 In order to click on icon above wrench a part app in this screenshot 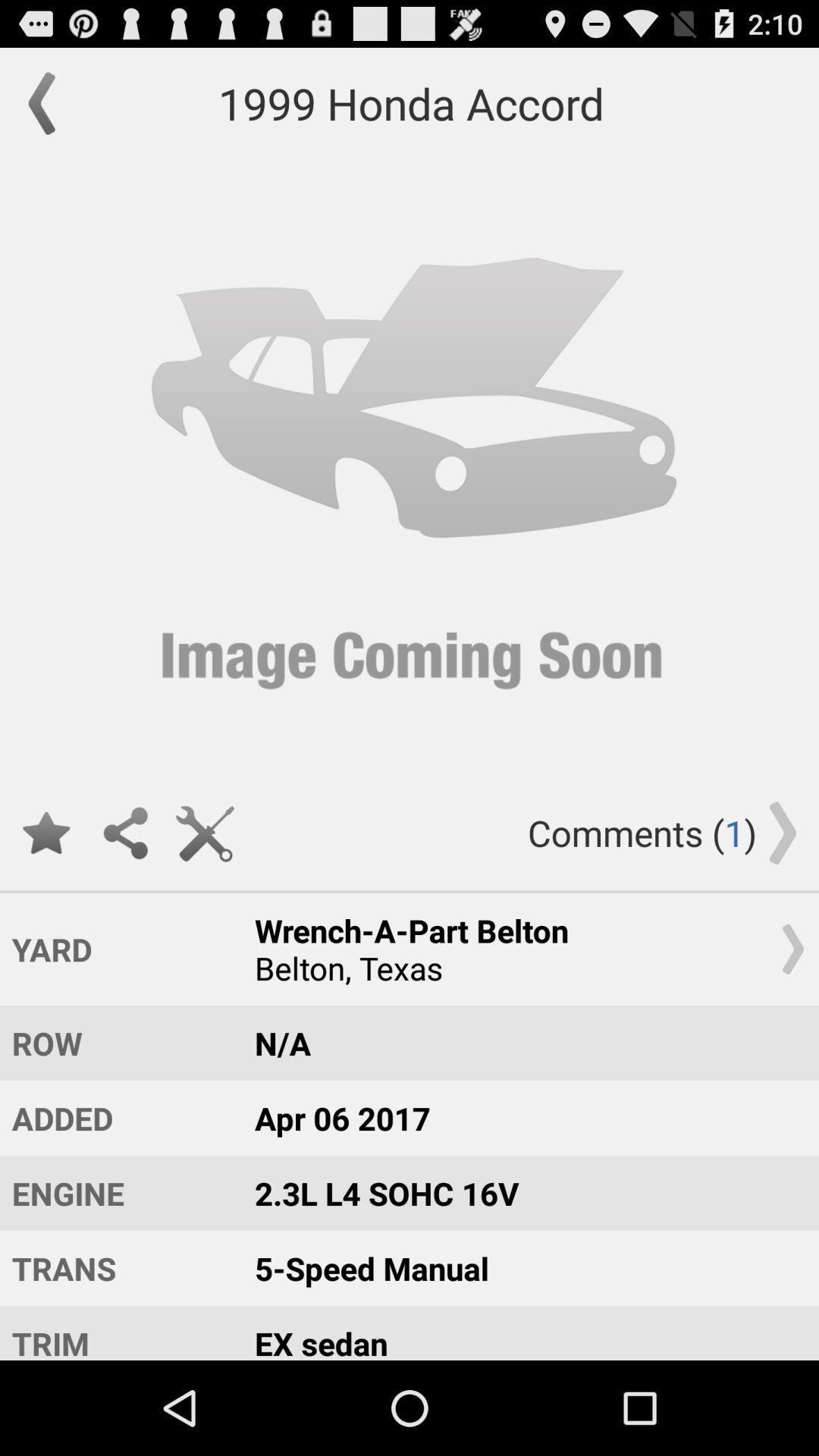, I will do `click(205, 832)`.